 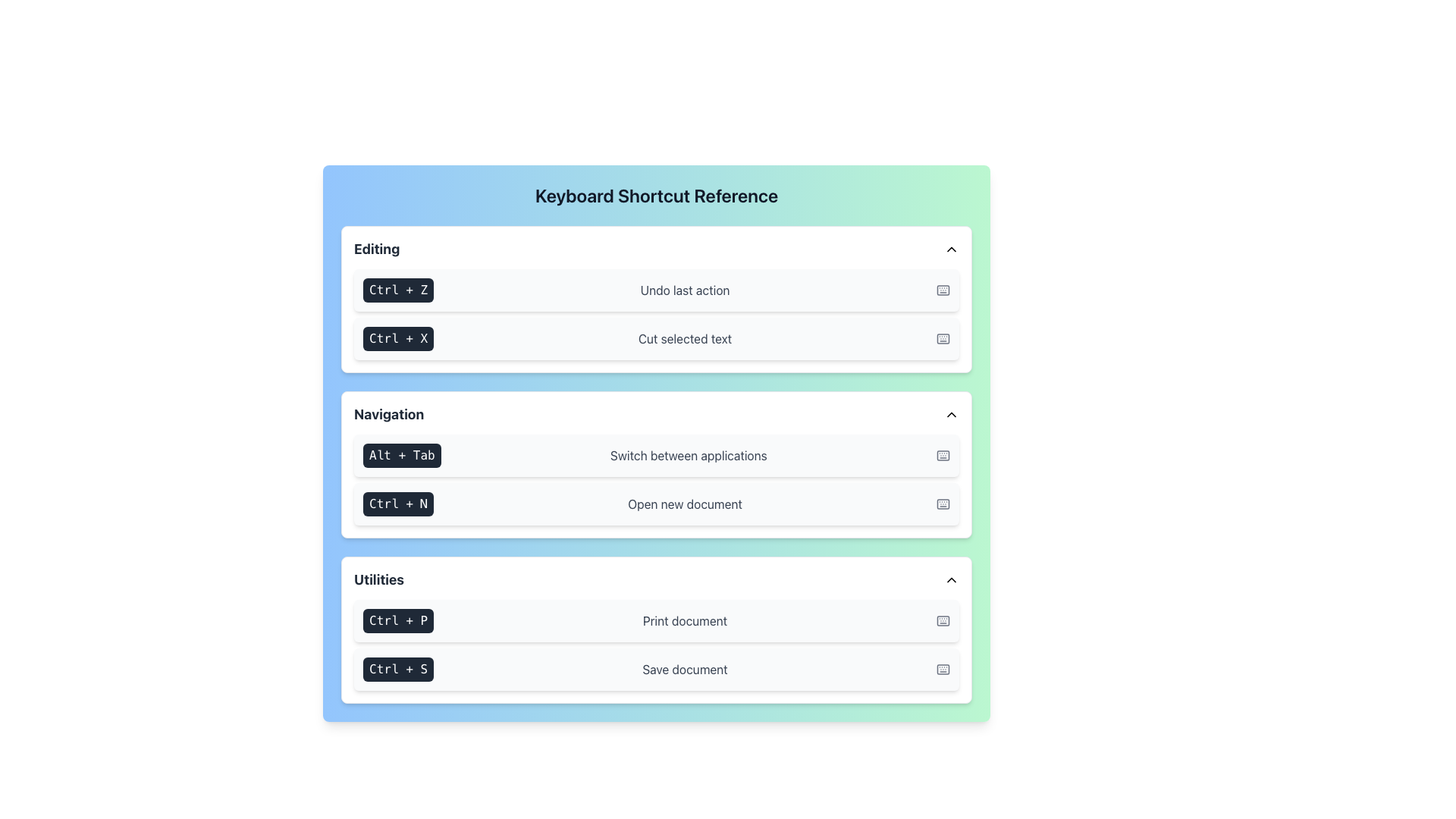 What do you see at coordinates (942, 455) in the screenshot?
I see `the small rectangular icon with rounded edges that is part of the gray-colored keyboard icon in the 'Navigation' row, associated with the 'Switch between applications' shortcut` at bounding box center [942, 455].